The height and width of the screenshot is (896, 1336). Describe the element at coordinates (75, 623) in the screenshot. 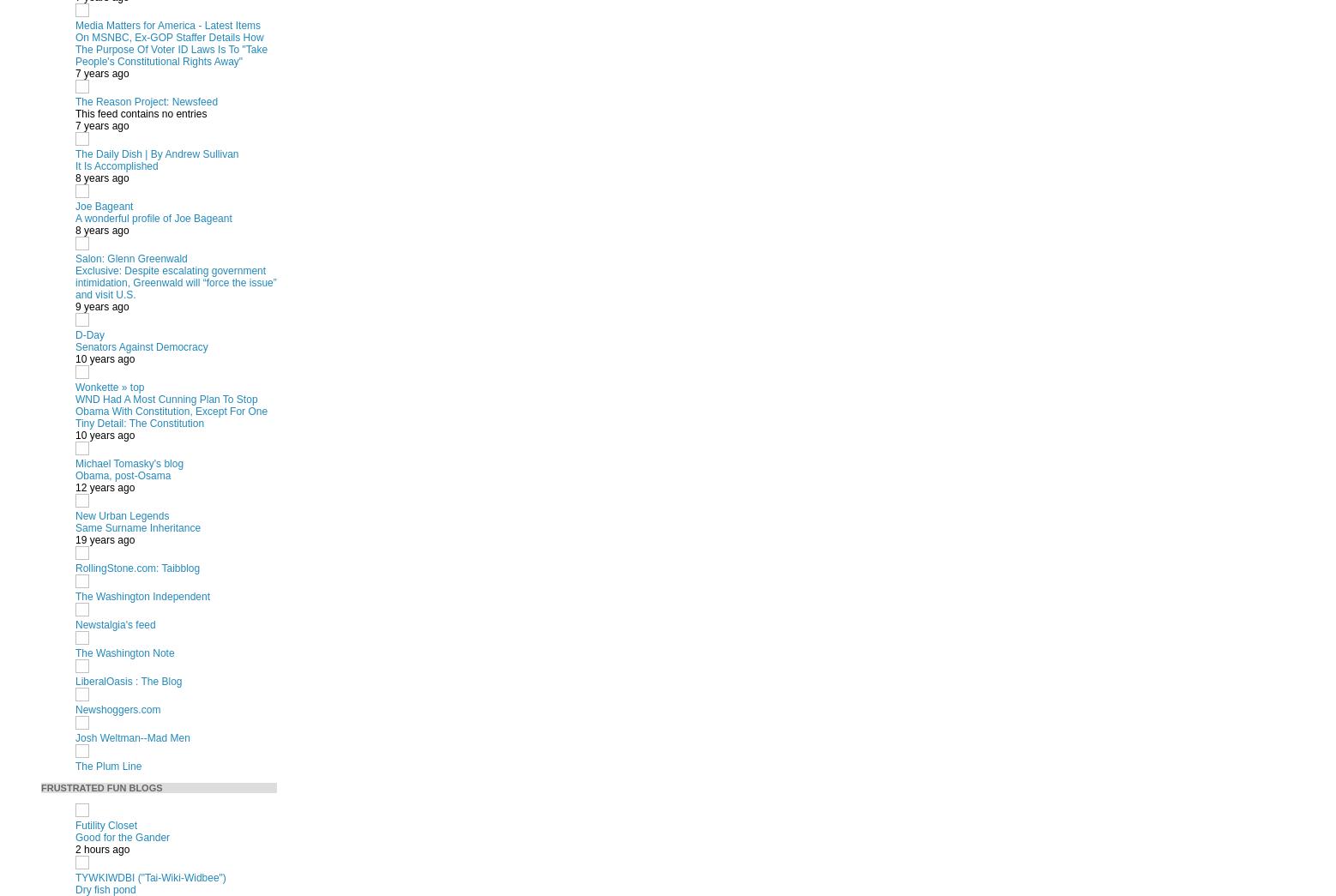

I see `'Newstalgia's feed'` at that location.